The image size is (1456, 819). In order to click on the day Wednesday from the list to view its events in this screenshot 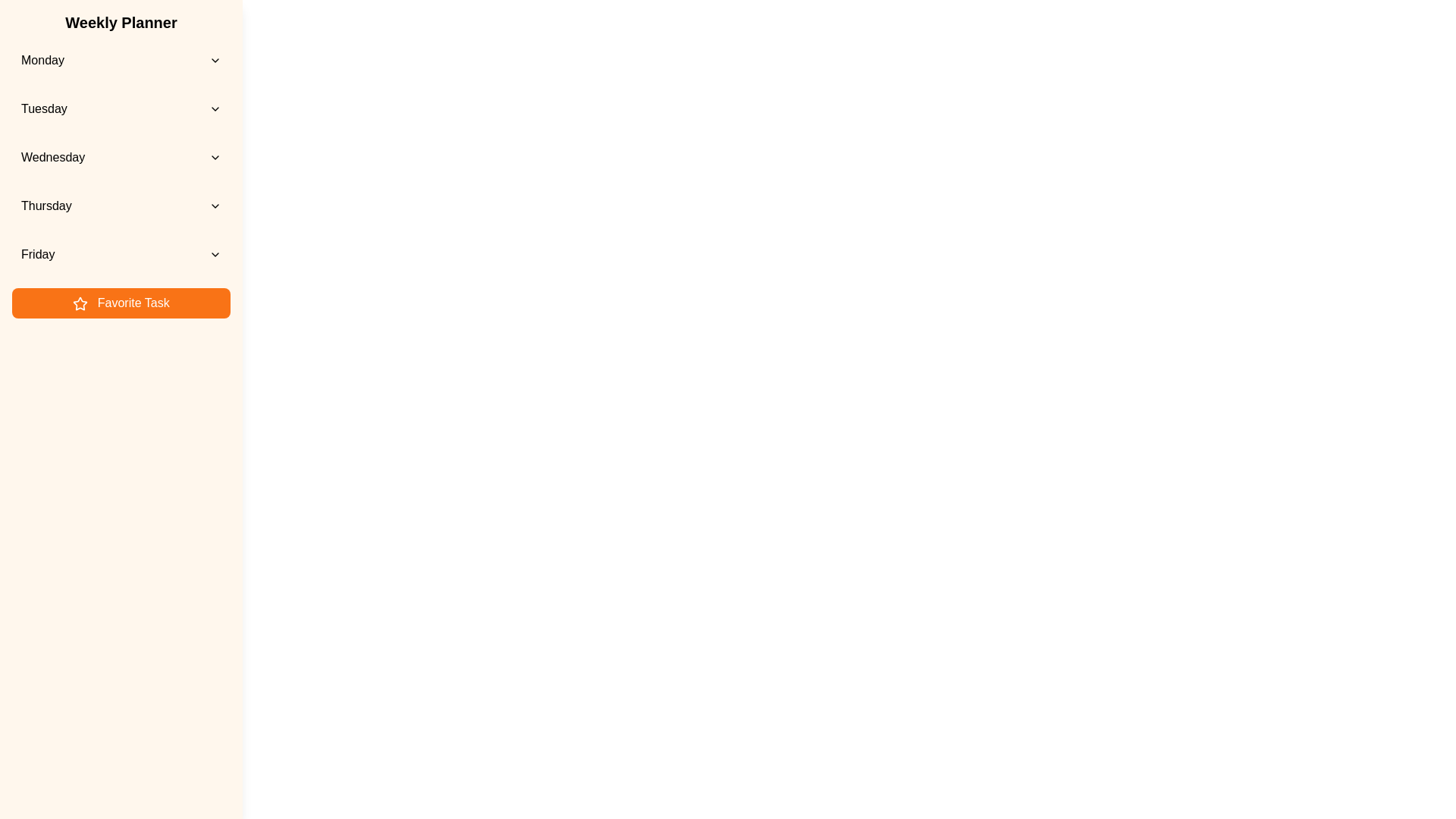, I will do `click(120, 158)`.